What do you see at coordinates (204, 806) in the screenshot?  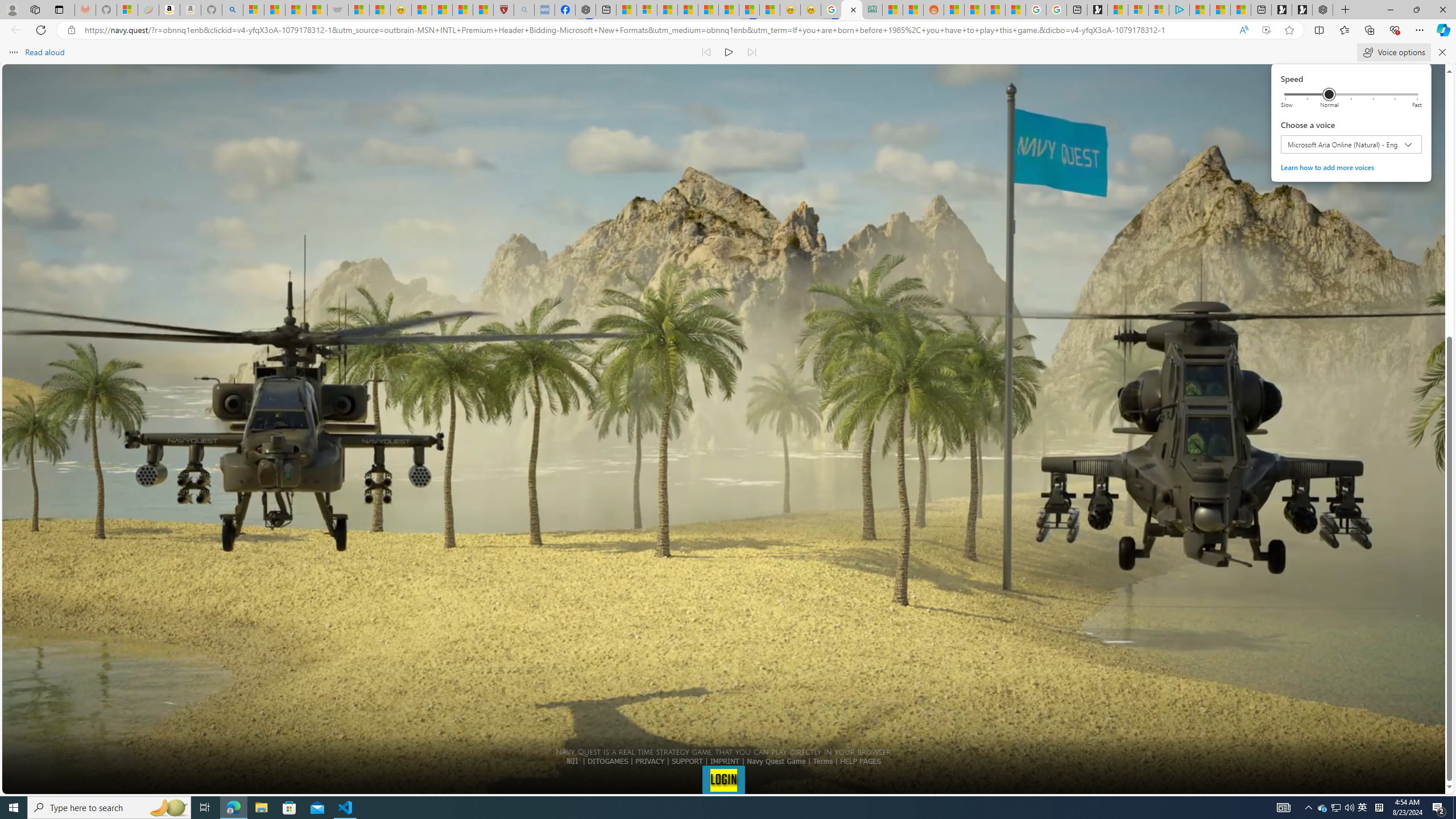 I see `'Task View'` at bounding box center [204, 806].